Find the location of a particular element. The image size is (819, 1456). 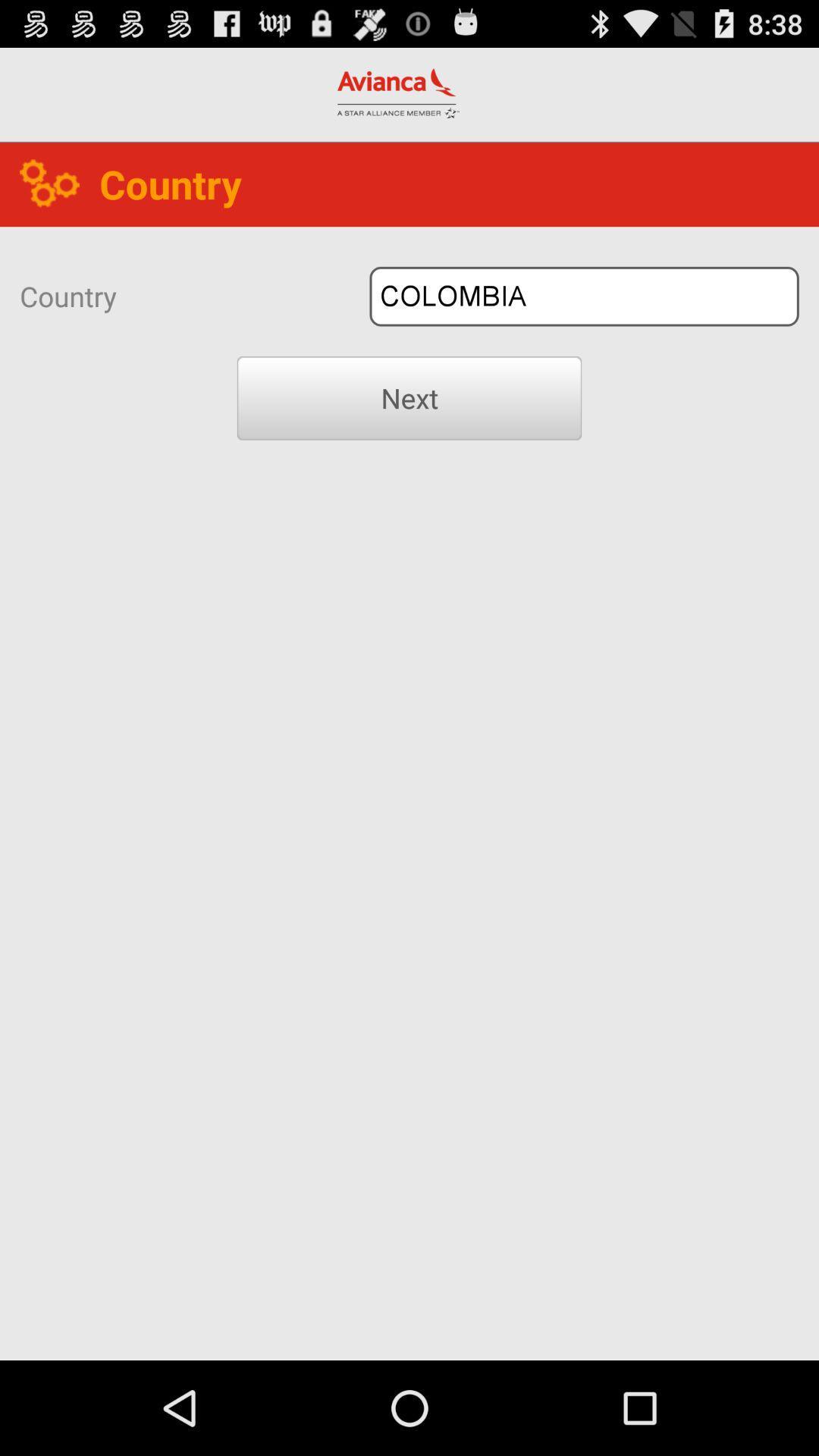

the icon next to the country icon is located at coordinates (583, 297).